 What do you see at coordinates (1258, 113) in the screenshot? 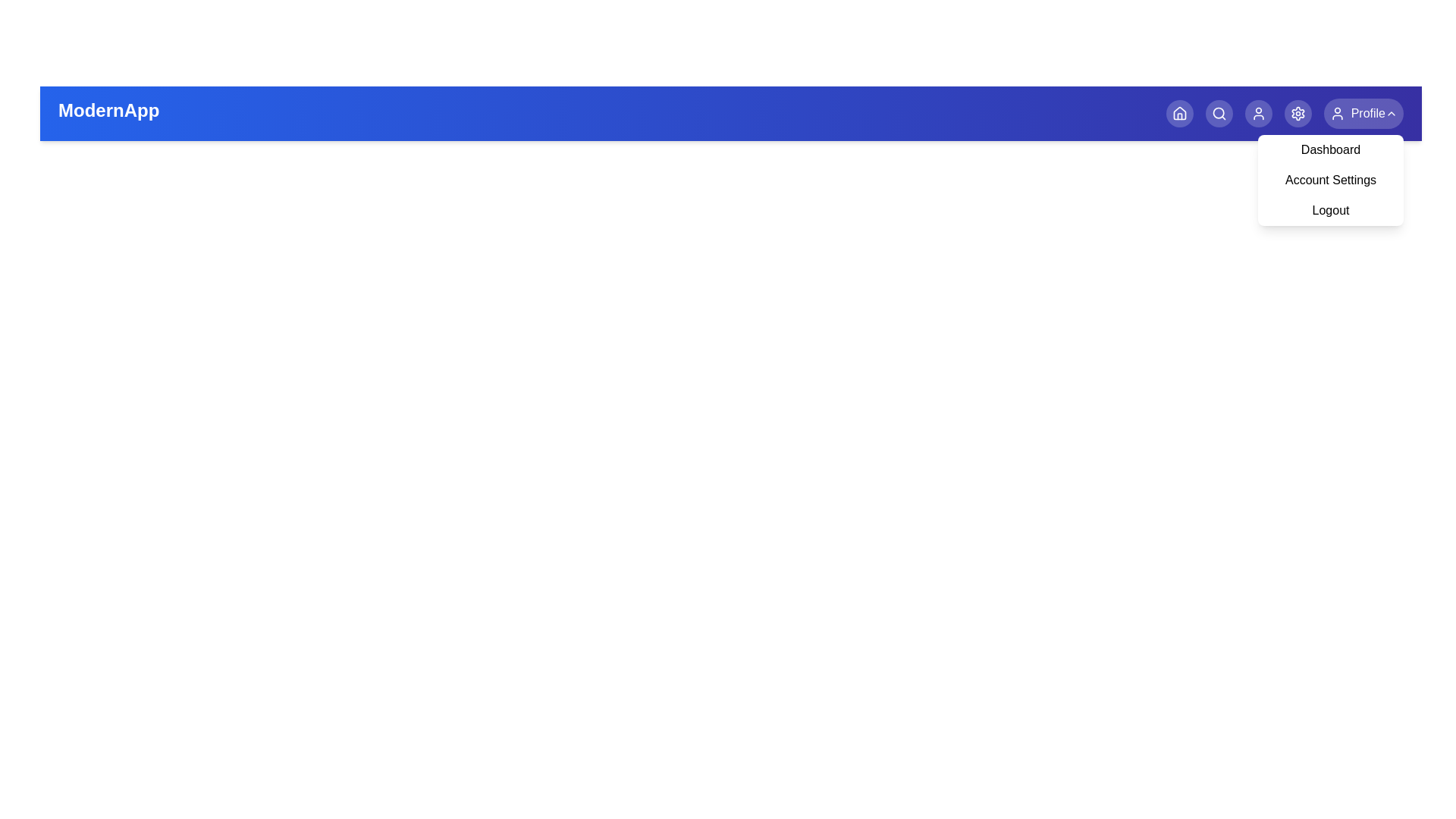
I see `the icon button corresponding to User` at bounding box center [1258, 113].